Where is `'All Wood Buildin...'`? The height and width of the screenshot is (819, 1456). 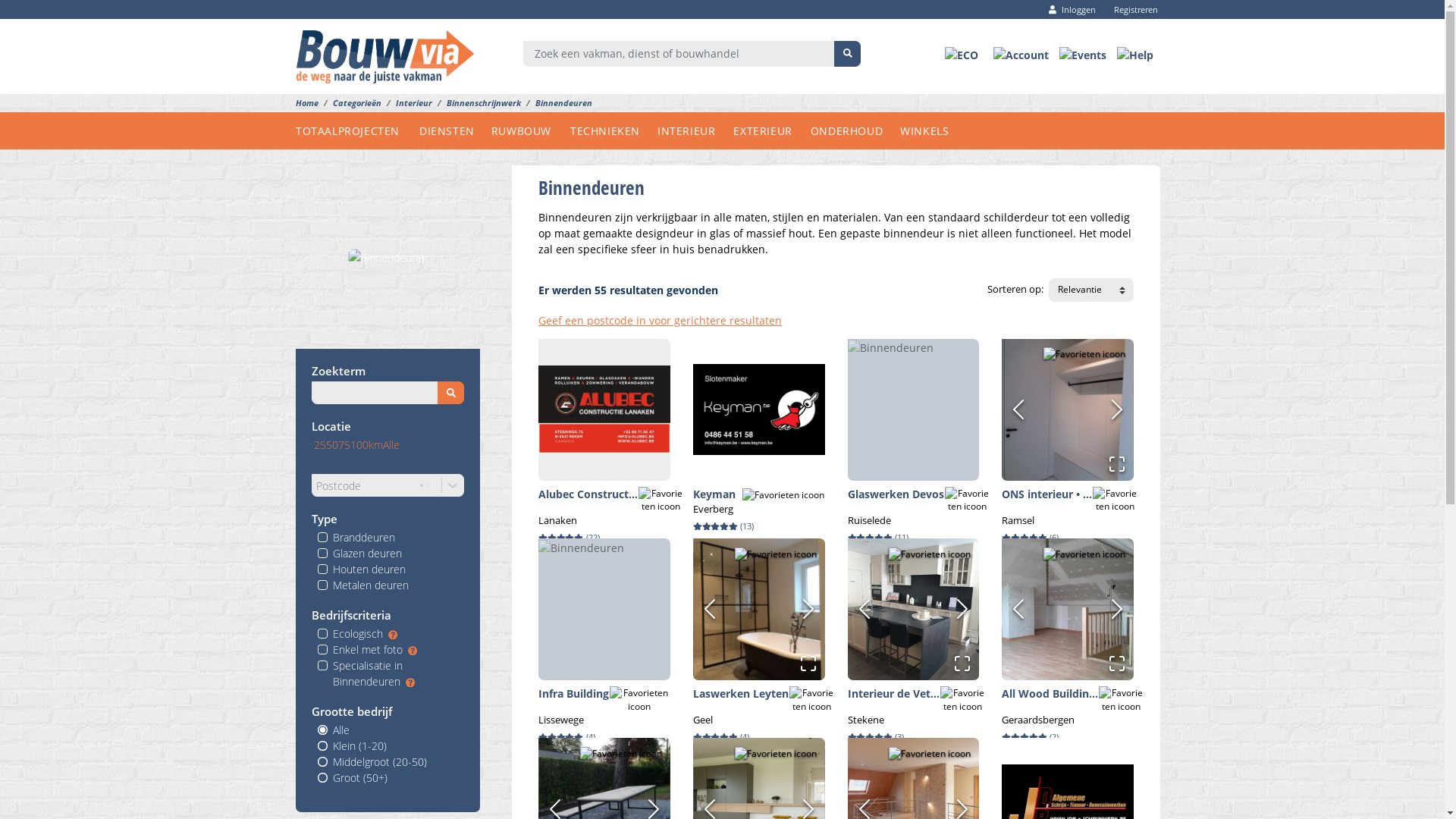 'All Wood Buildin...' is located at coordinates (1049, 693).